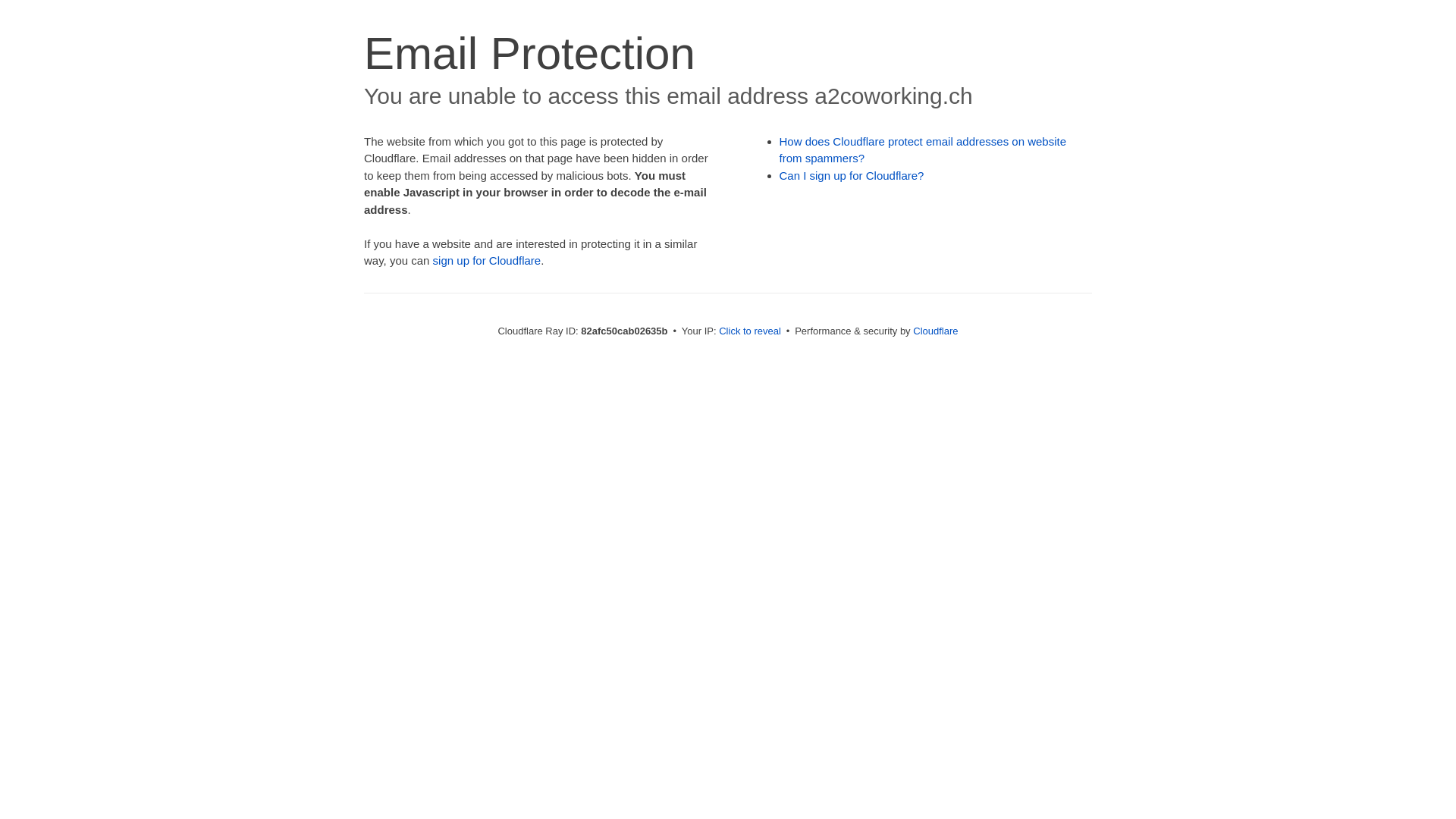 This screenshot has height=819, width=1456. What do you see at coordinates (432, 259) in the screenshot?
I see `'sign up for Cloudflare'` at bounding box center [432, 259].